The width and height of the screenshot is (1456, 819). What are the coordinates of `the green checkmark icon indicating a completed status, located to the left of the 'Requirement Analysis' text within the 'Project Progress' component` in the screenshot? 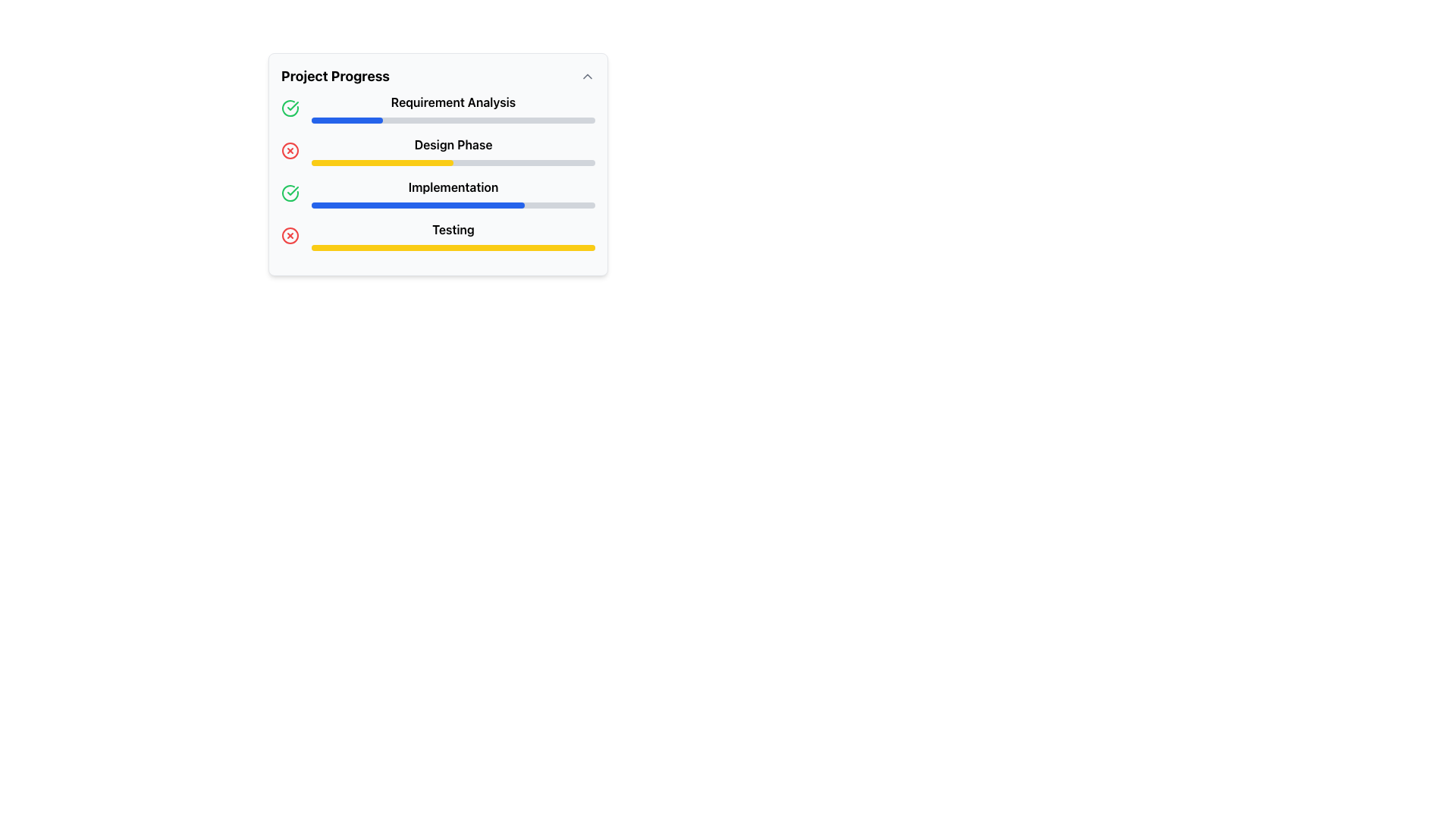 It's located at (293, 190).